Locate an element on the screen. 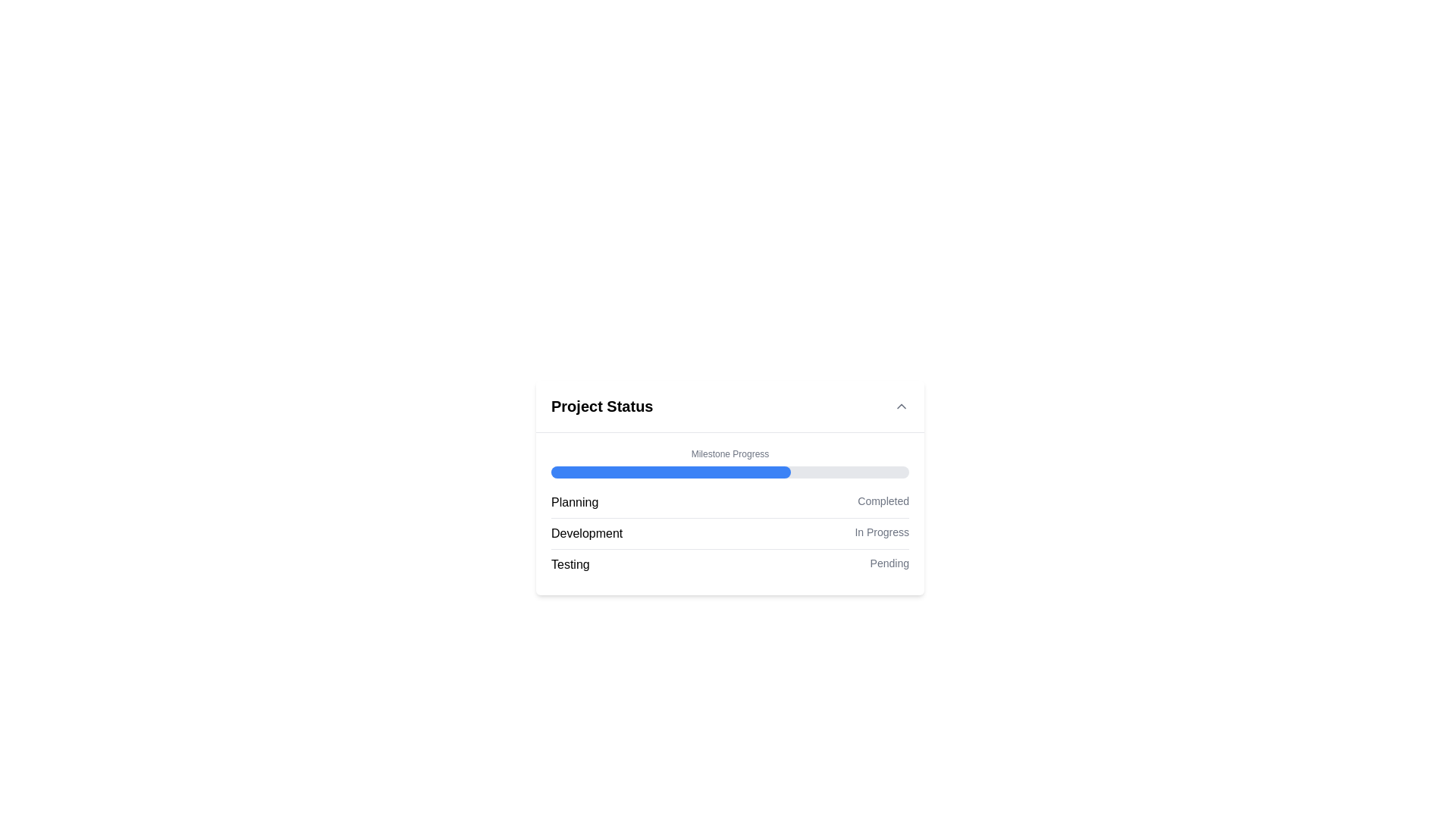  the 'Development' text label indicating the current phase in the project status overview, located in the second row of the project status list is located at coordinates (586, 533).